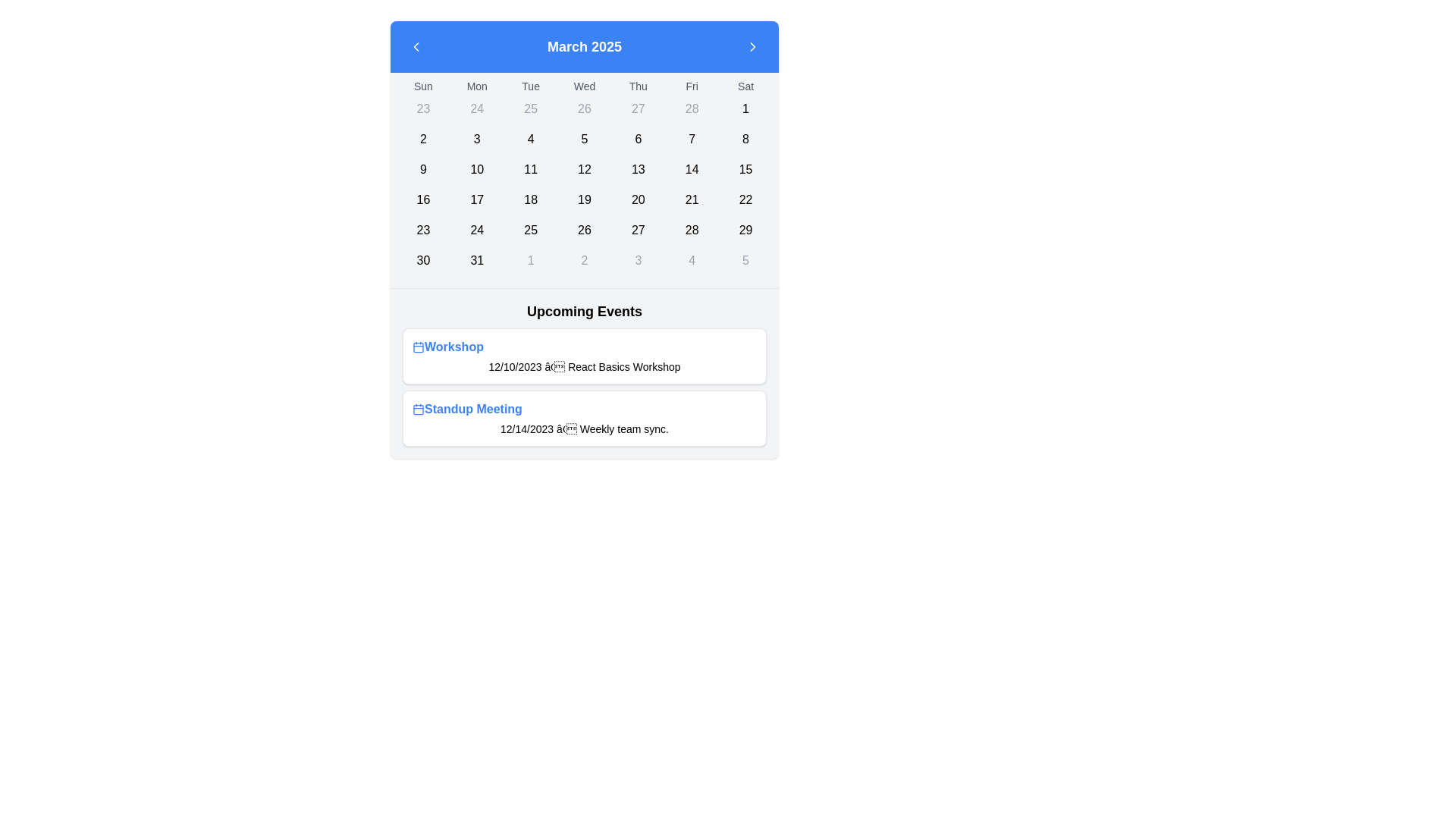 This screenshot has height=819, width=1456. What do you see at coordinates (476, 259) in the screenshot?
I see `the button representing the selectable date 'Monday, 31st' in the calendar grid` at bounding box center [476, 259].